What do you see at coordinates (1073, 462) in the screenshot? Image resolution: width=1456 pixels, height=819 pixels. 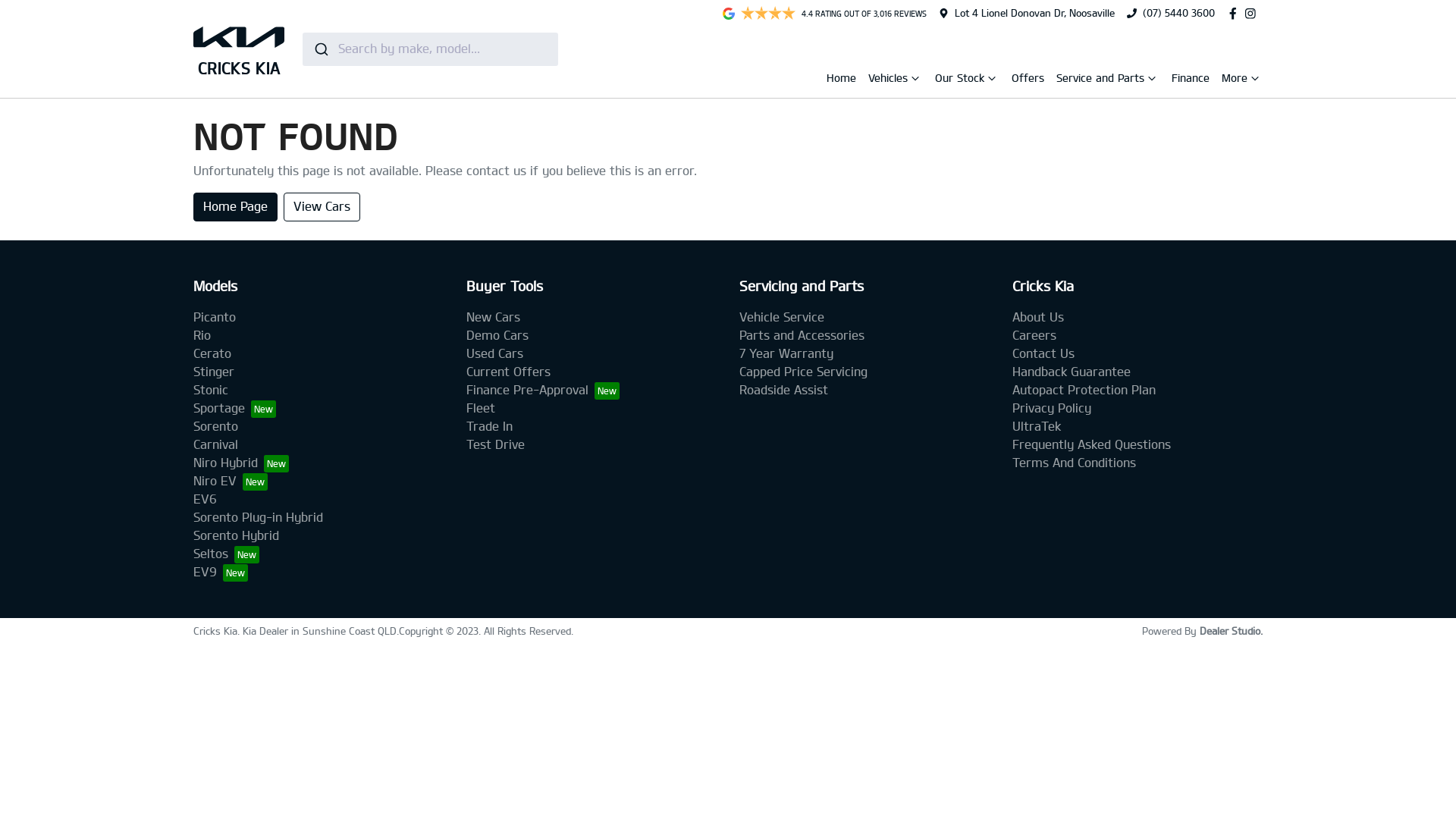 I see `'Terms And Conditions'` at bounding box center [1073, 462].